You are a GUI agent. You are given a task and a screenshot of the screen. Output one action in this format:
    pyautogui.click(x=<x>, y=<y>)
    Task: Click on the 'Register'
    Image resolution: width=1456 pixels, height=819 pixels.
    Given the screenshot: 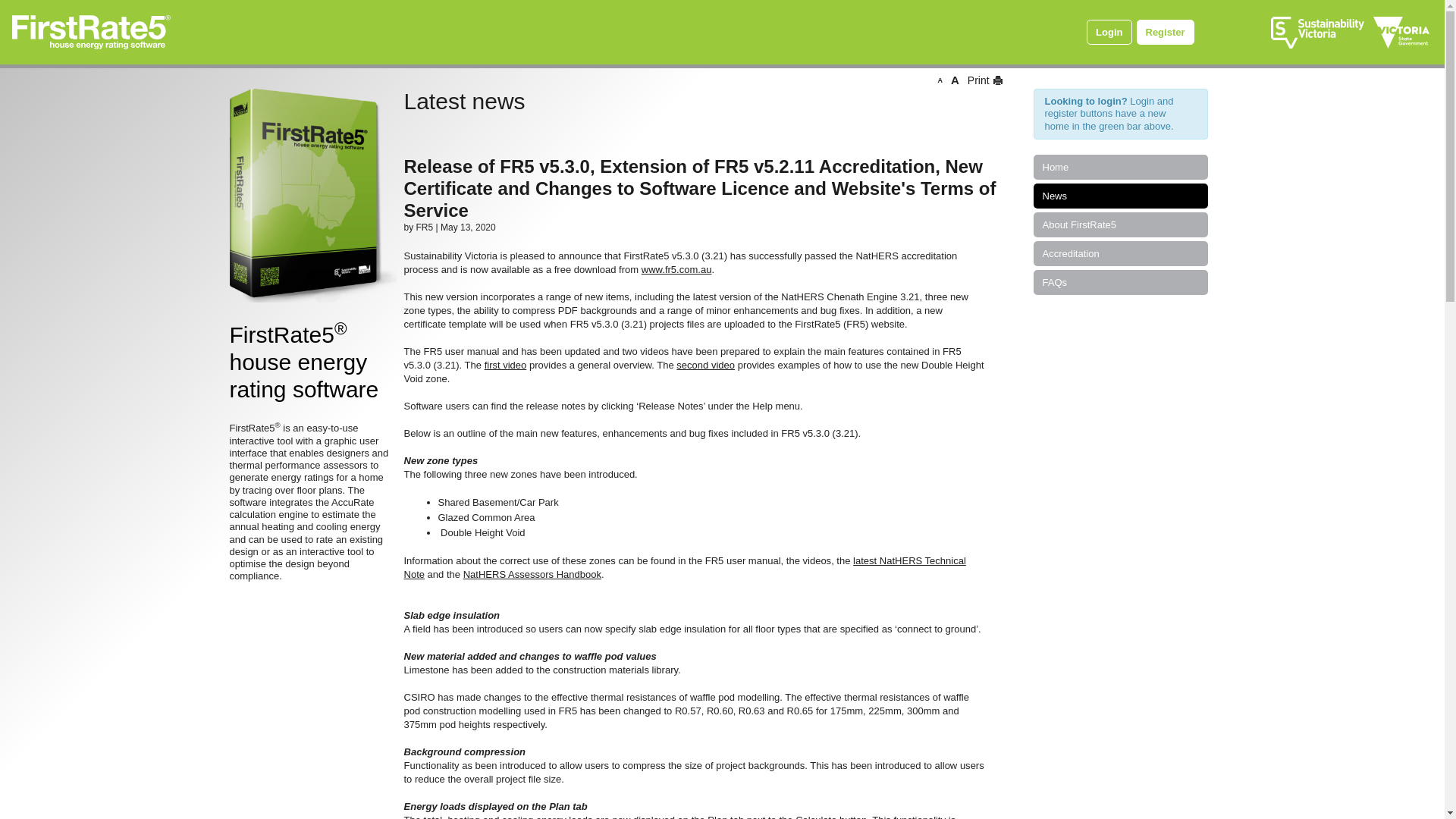 What is the action you would take?
    pyautogui.click(x=1164, y=32)
    